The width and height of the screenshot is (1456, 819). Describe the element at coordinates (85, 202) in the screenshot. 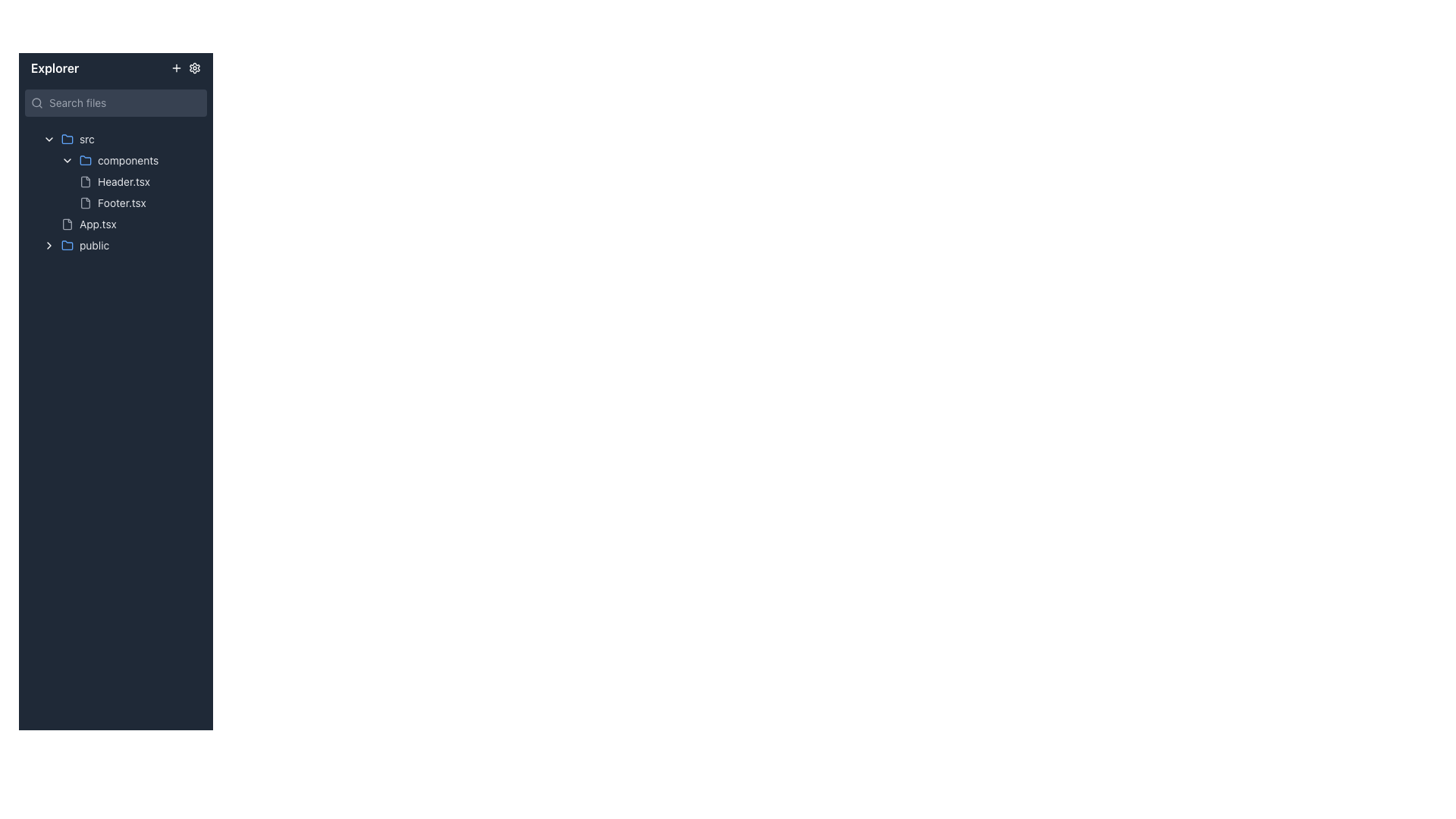

I see `the icon representing the file 'Footer.tsx' located` at that location.